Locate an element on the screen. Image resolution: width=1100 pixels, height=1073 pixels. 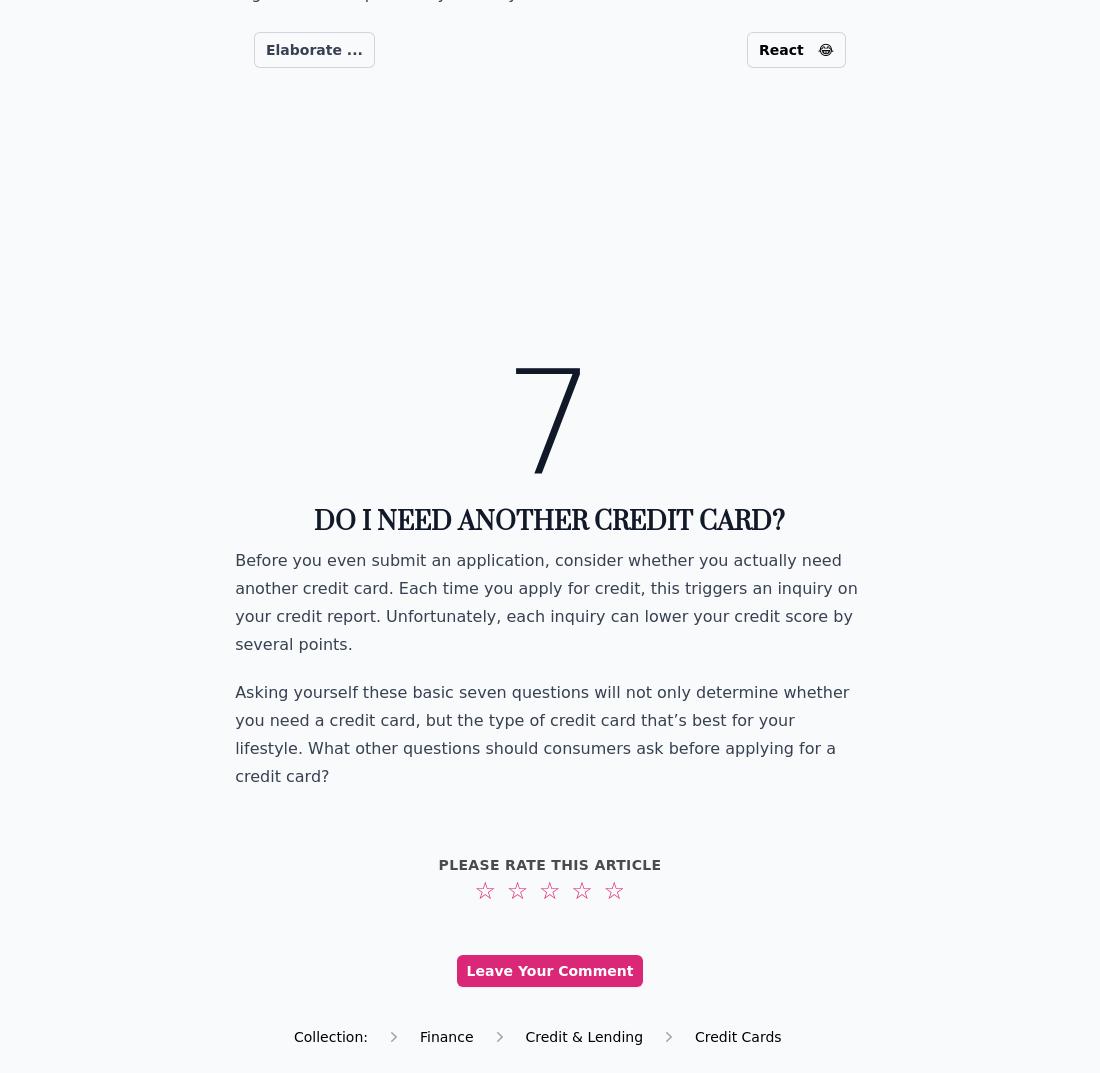
'Please rate this article' is located at coordinates (549, 864).